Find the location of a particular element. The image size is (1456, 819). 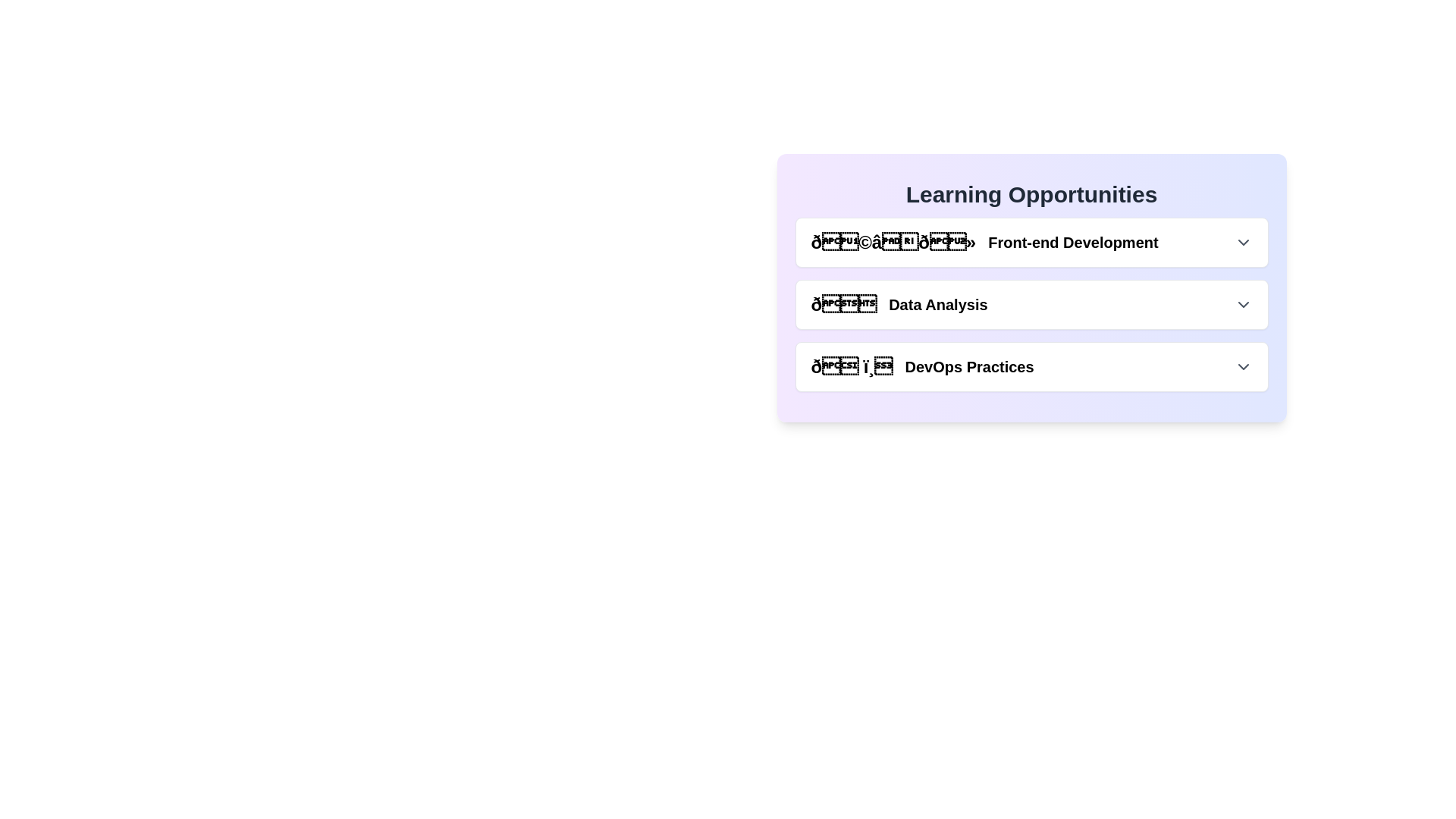

the icon representing the 'Data Analysis' category located in the 'Learning Opportunities' section, positioned to the left of the text 'Data Analysis' is located at coordinates (843, 304).